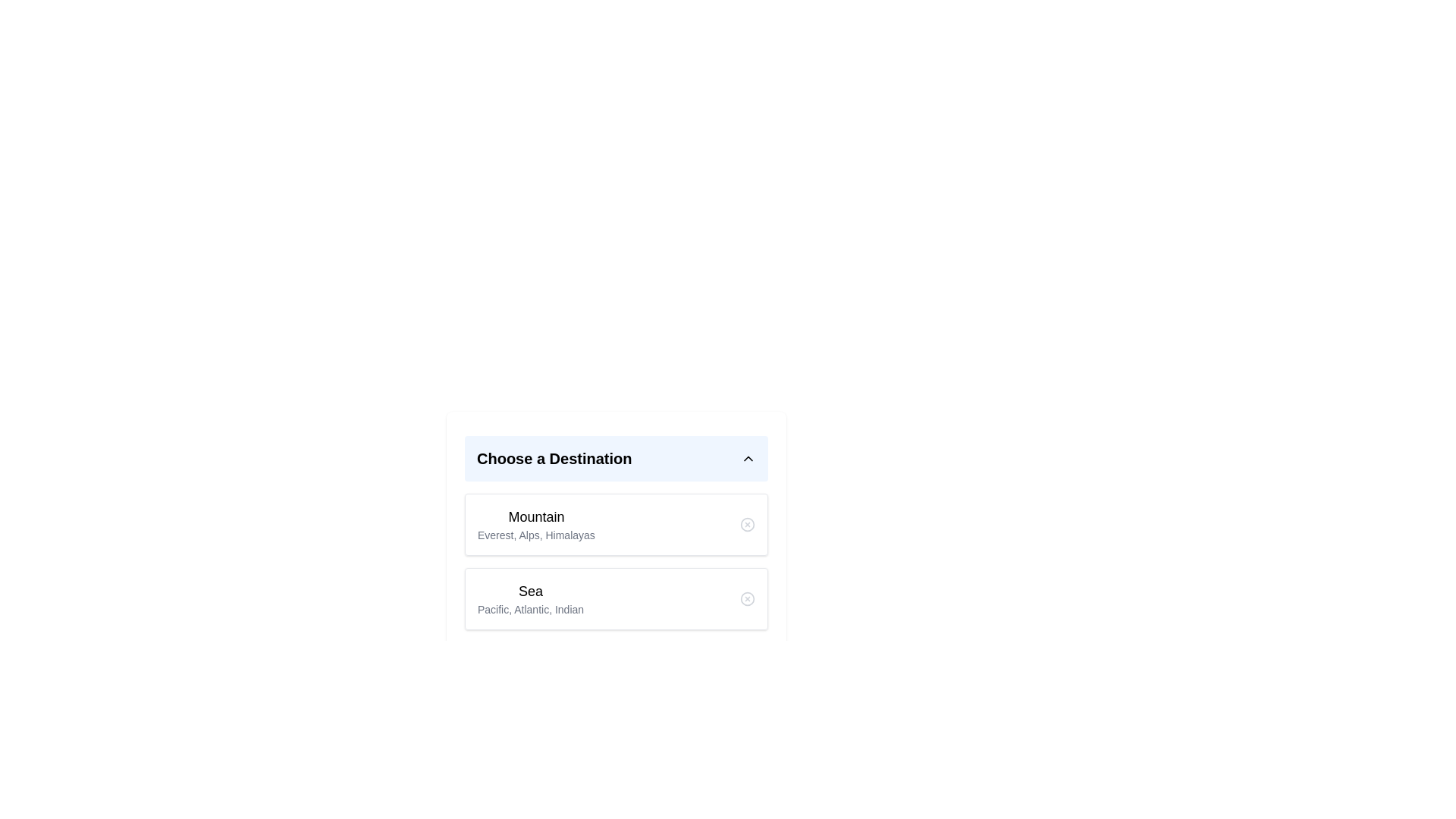  Describe the element at coordinates (747, 598) in the screenshot. I see `the main circle of the delete icon associated with the 'Sea' list item in the 'Choose a Destination' dropdown interface` at that location.